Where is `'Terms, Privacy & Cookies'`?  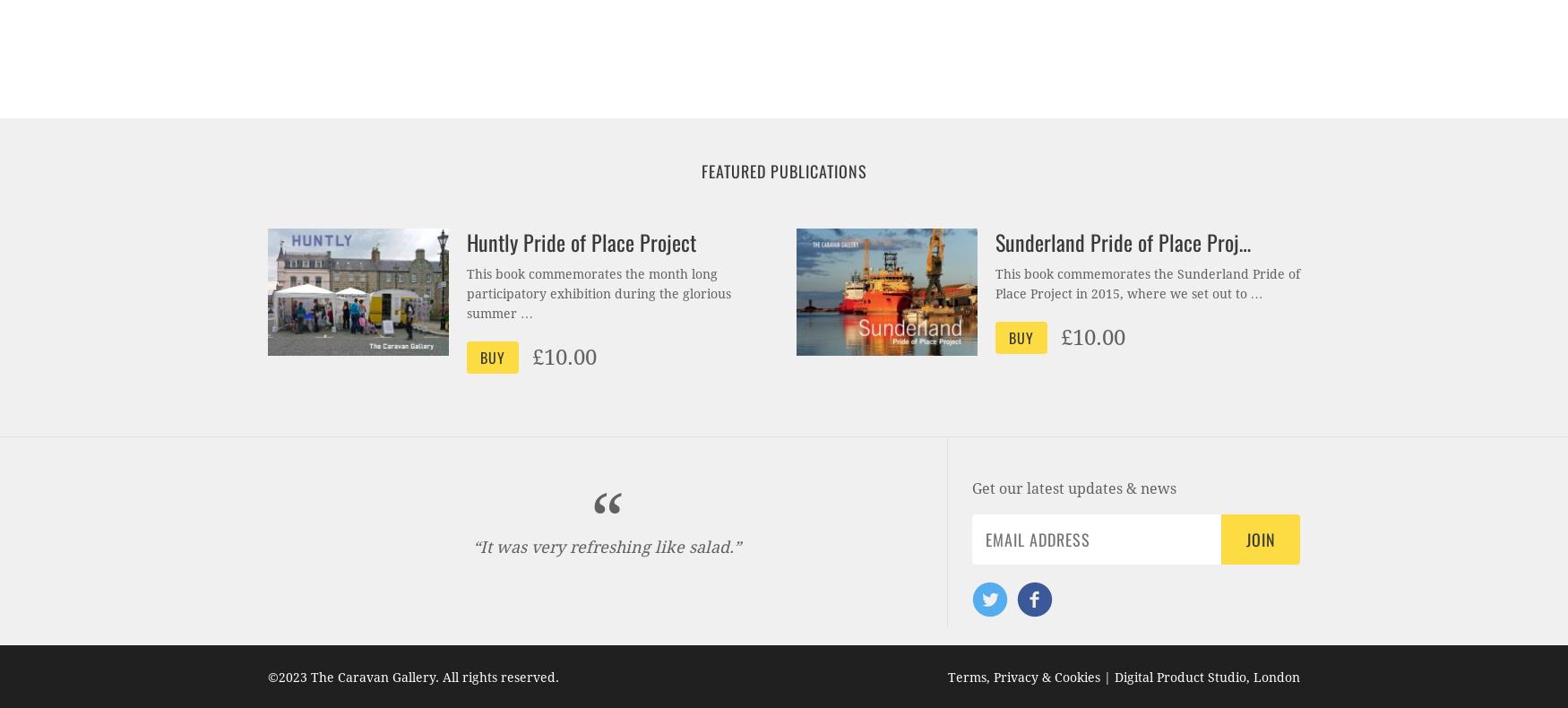 'Terms, Privacy & Cookies' is located at coordinates (1022, 678).